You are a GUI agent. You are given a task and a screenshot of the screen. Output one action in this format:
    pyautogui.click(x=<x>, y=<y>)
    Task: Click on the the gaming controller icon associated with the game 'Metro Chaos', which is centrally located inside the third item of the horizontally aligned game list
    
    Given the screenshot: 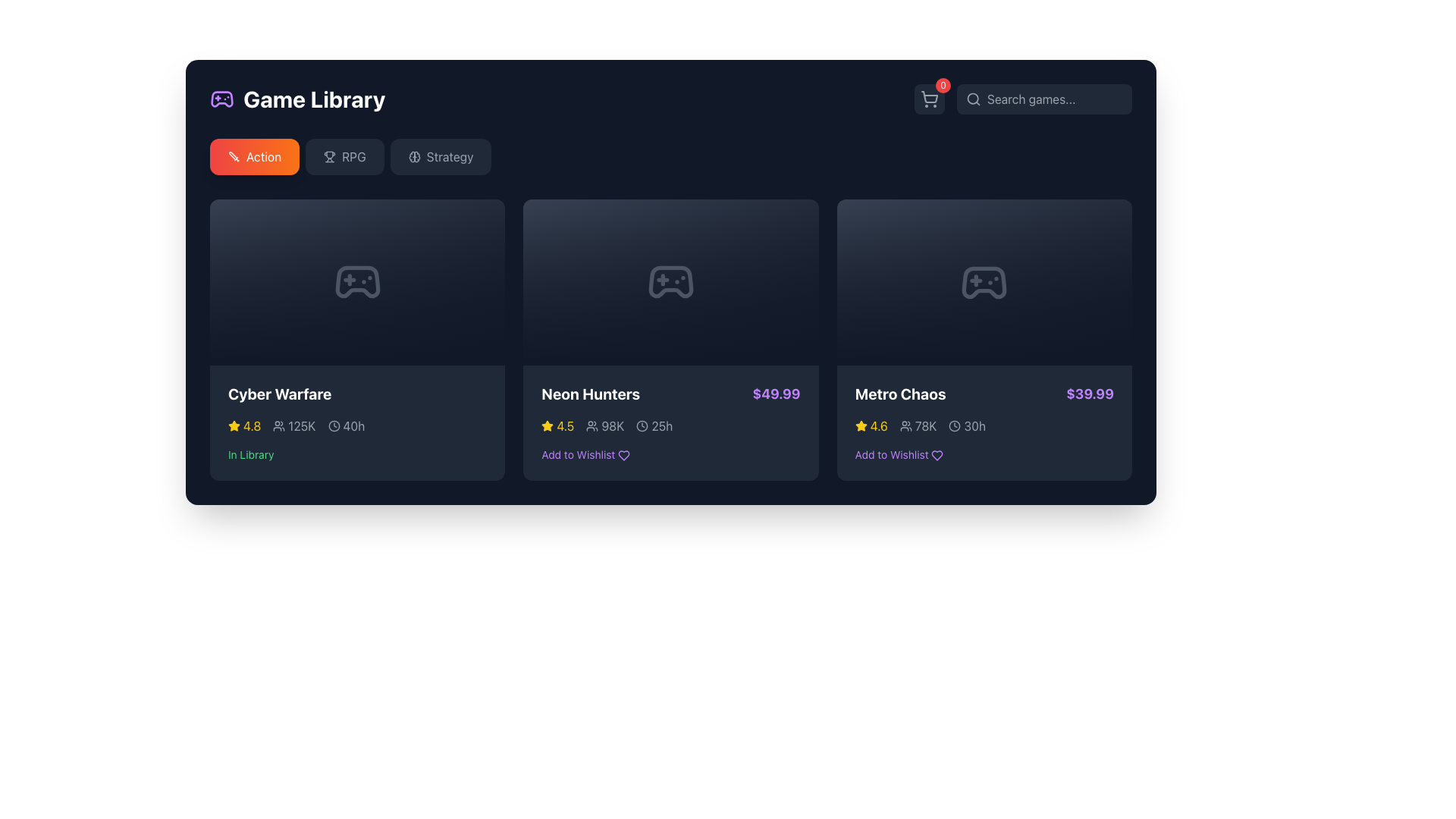 What is the action you would take?
    pyautogui.click(x=984, y=282)
    